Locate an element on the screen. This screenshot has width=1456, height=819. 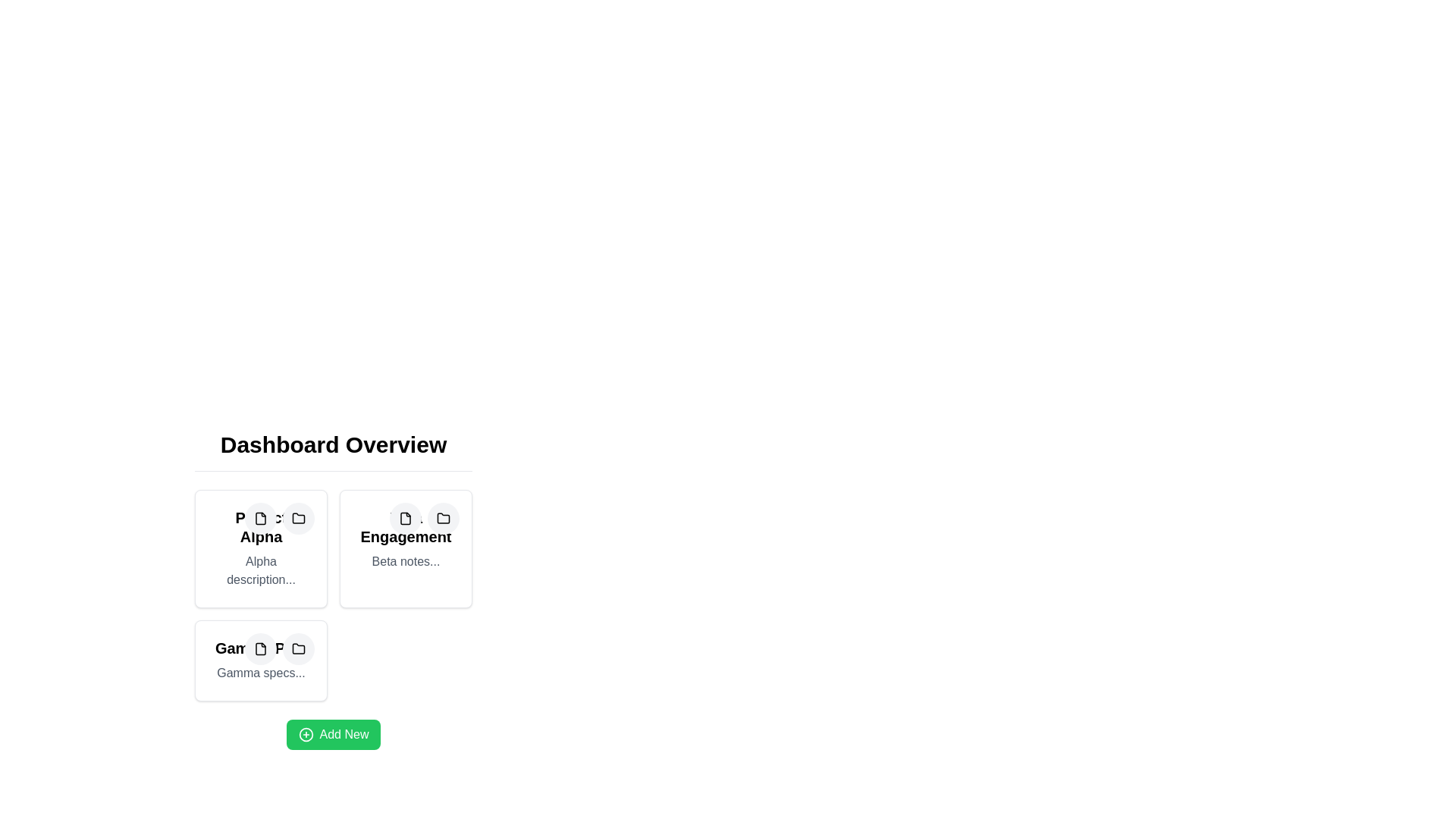
the compact SVG document icon located in the top-left corner of the 'Alpha' section under 'Dashboard Overview' is located at coordinates (261, 517).